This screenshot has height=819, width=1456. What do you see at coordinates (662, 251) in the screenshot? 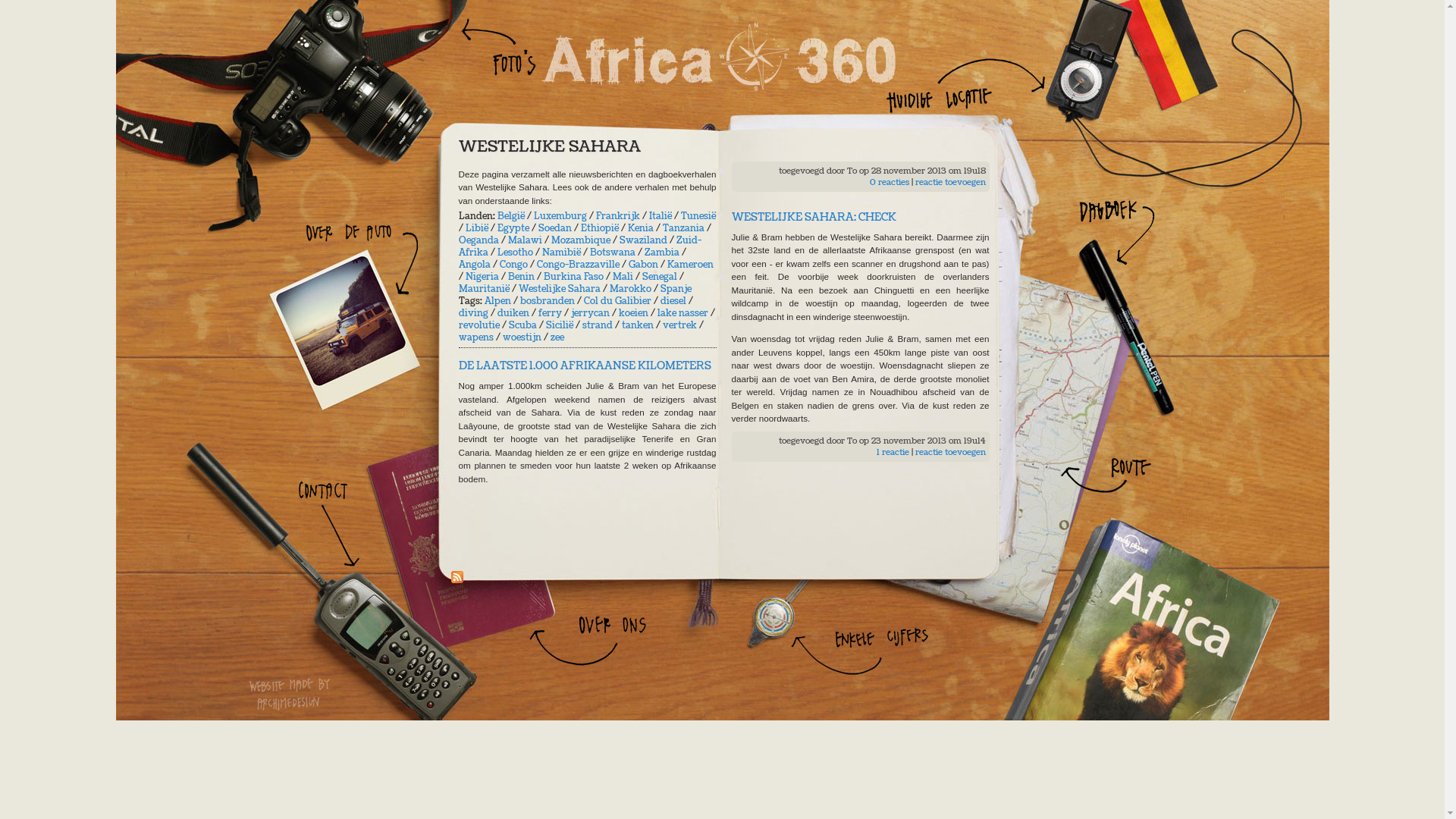
I see `'Zambia'` at bounding box center [662, 251].